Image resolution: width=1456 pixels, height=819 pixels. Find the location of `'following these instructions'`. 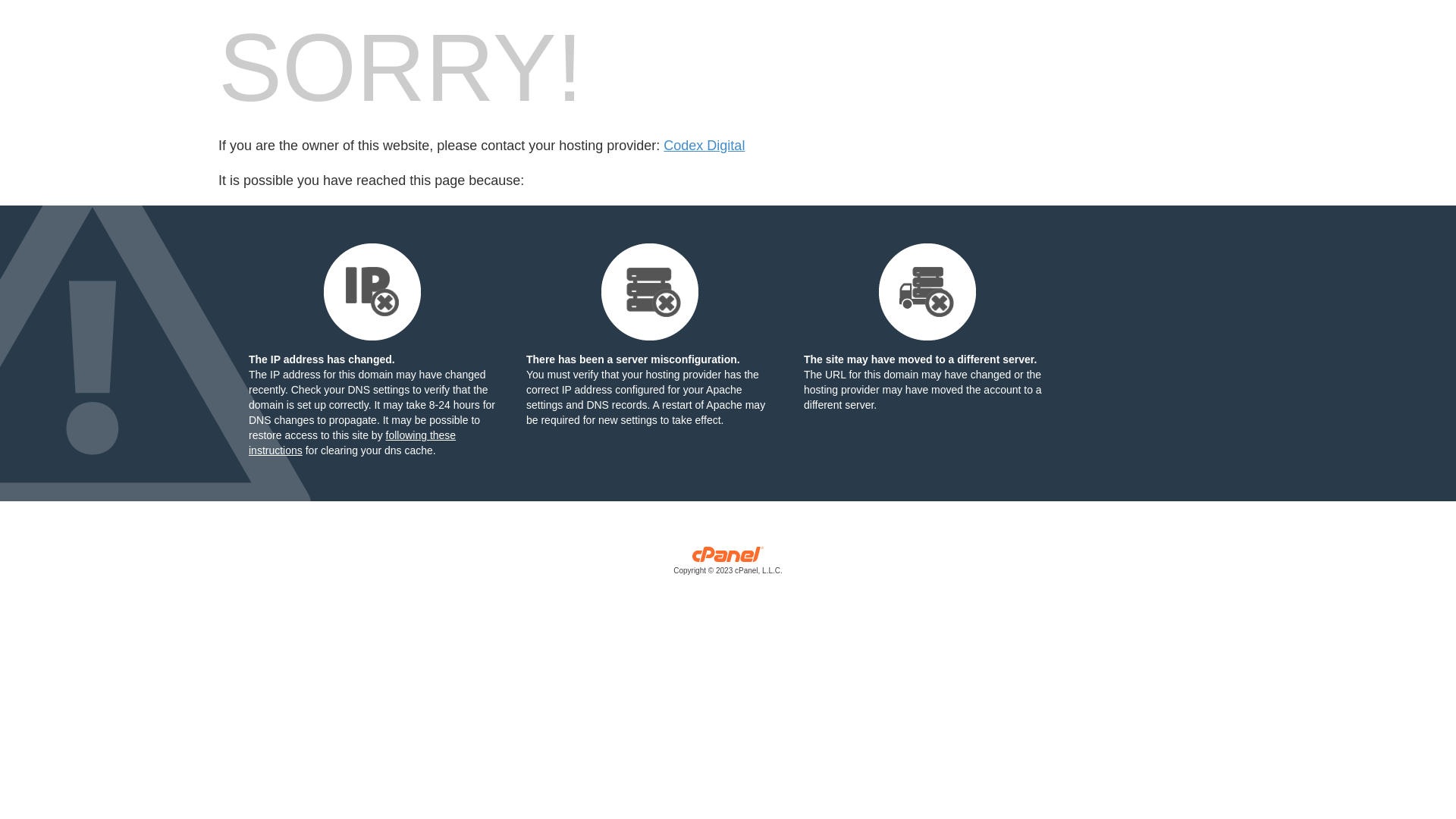

'following these instructions' is located at coordinates (351, 442).